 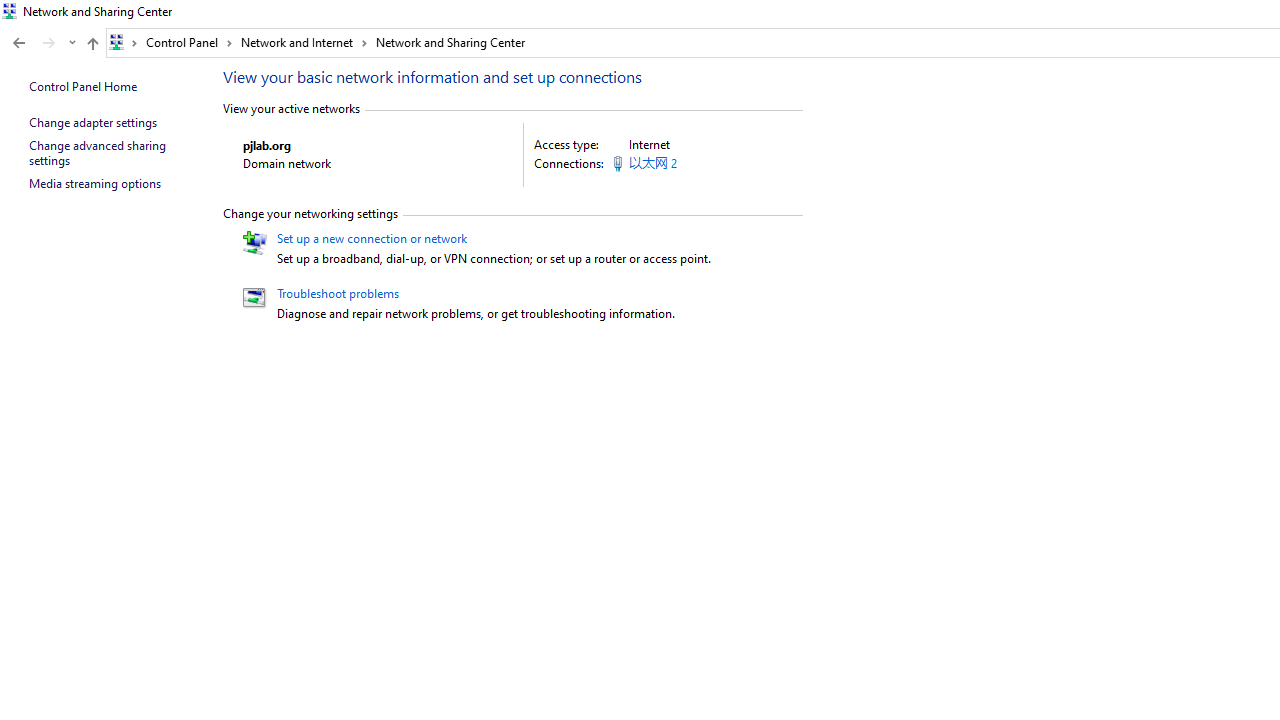 What do you see at coordinates (337, 293) in the screenshot?
I see `'Troubleshoot problems'` at bounding box center [337, 293].